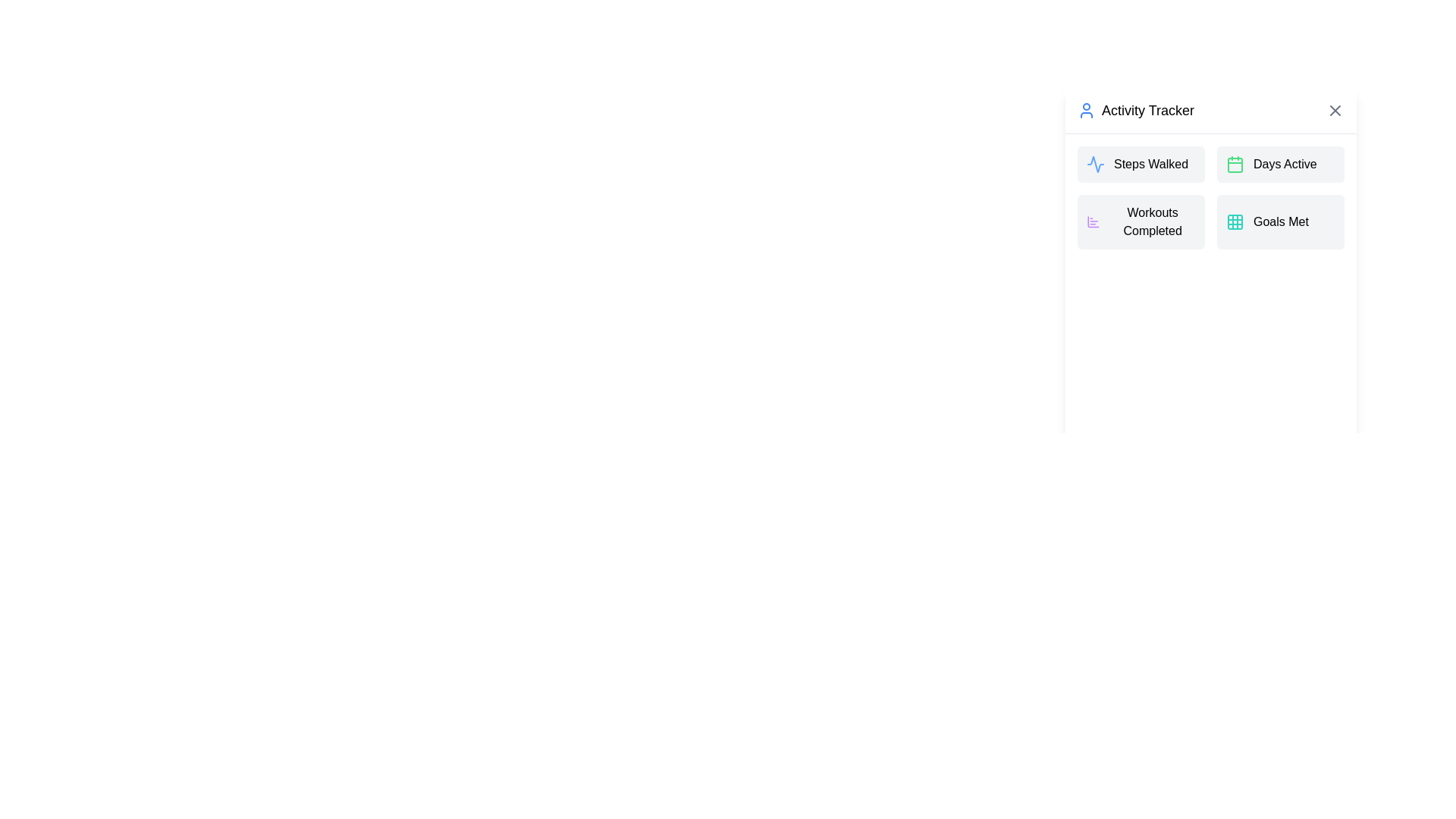  Describe the element at coordinates (1280, 222) in the screenshot. I see `the 'Goals Met' informational block located in the bottom-right corner of the grid within the 'Activity Tracker' section` at that location.